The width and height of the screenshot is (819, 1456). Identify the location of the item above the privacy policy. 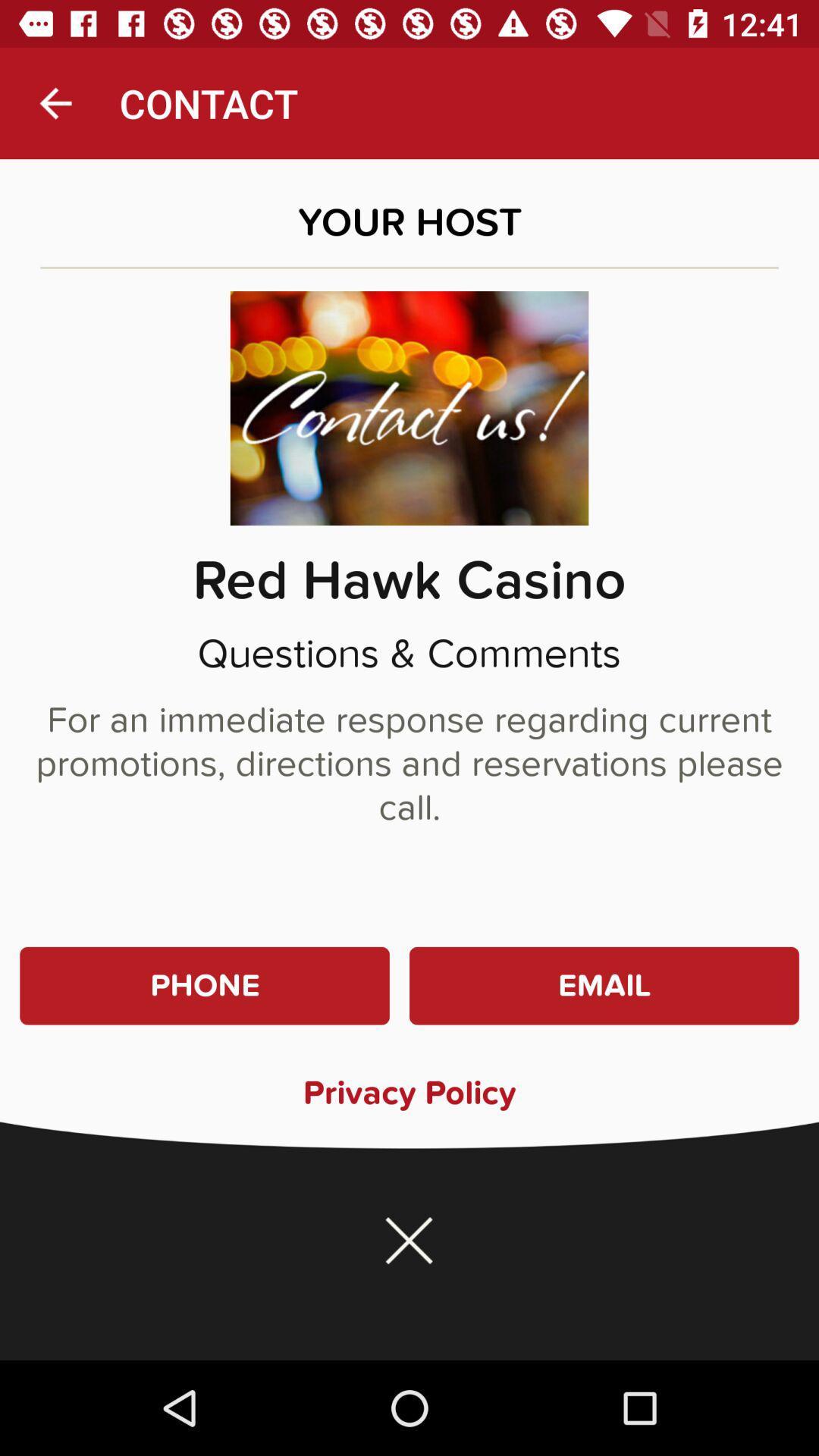
(603, 986).